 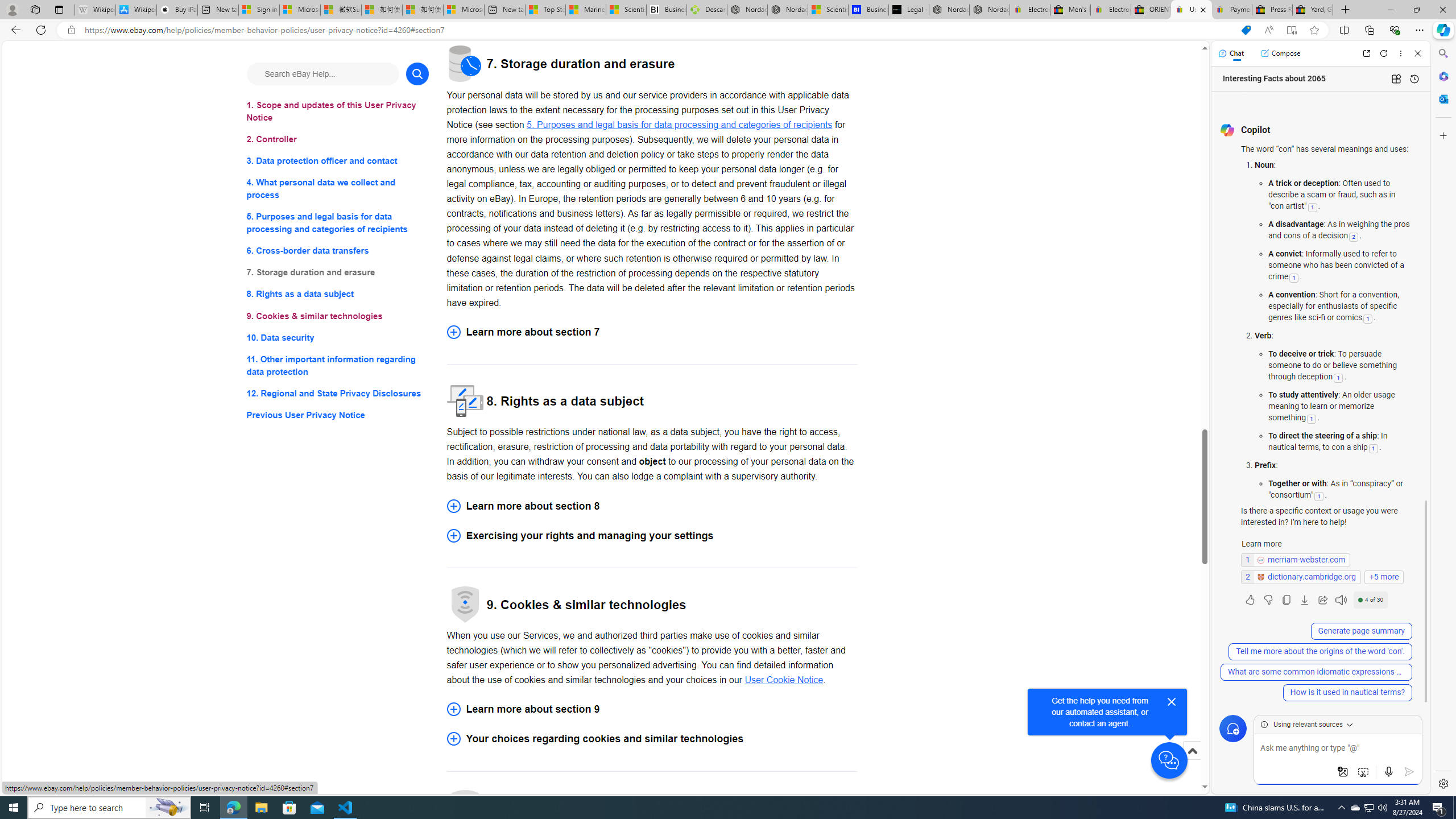 What do you see at coordinates (949, 9) in the screenshot?
I see `'Nordace - Summer Adventures 2024'` at bounding box center [949, 9].